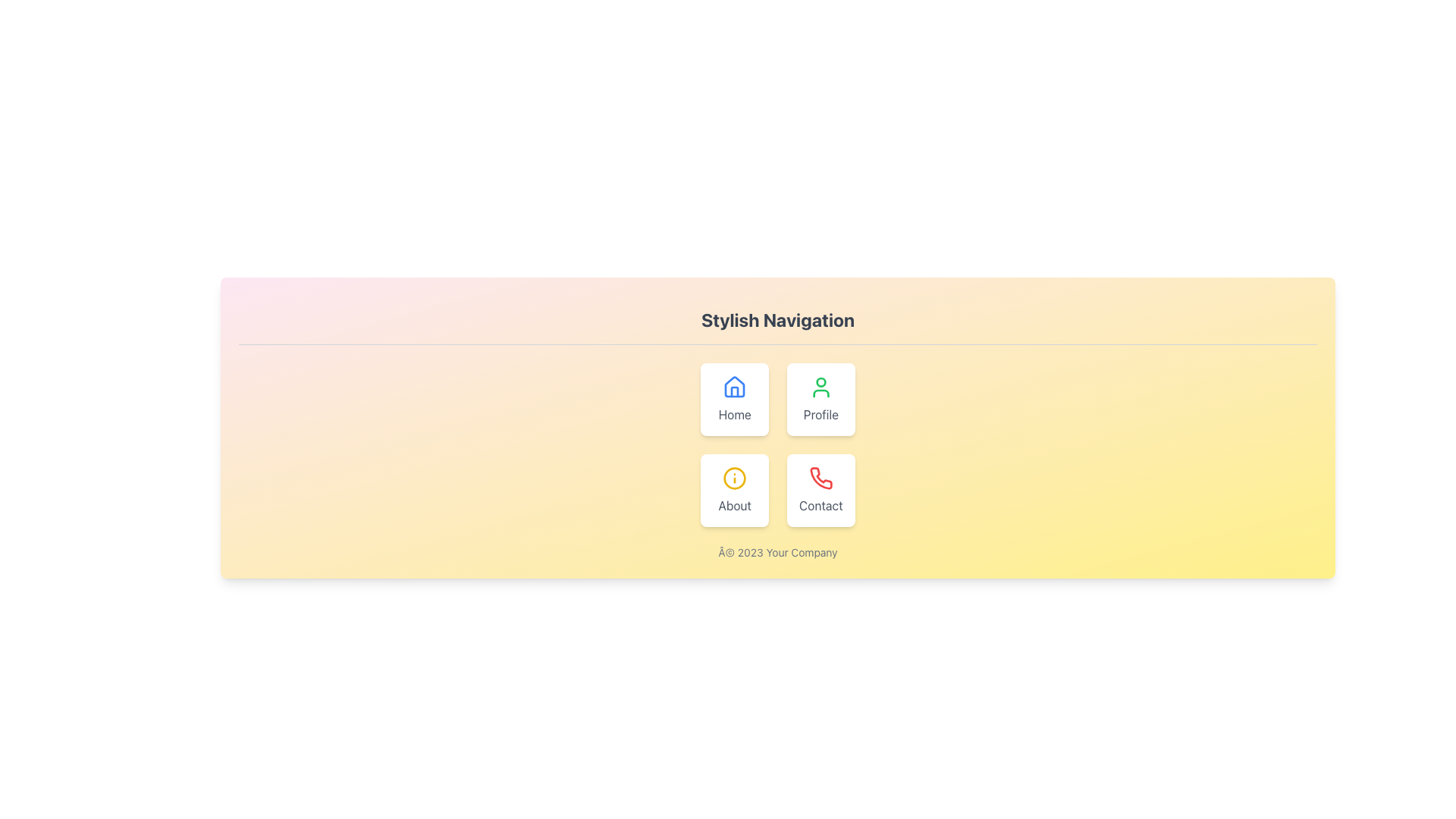 The image size is (1456, 819). I want to click on the Profile section icon, which is located on the Profile card and represents user-related options, positioned above the text 'Profile' in the navigation grid, so click(820, 386).